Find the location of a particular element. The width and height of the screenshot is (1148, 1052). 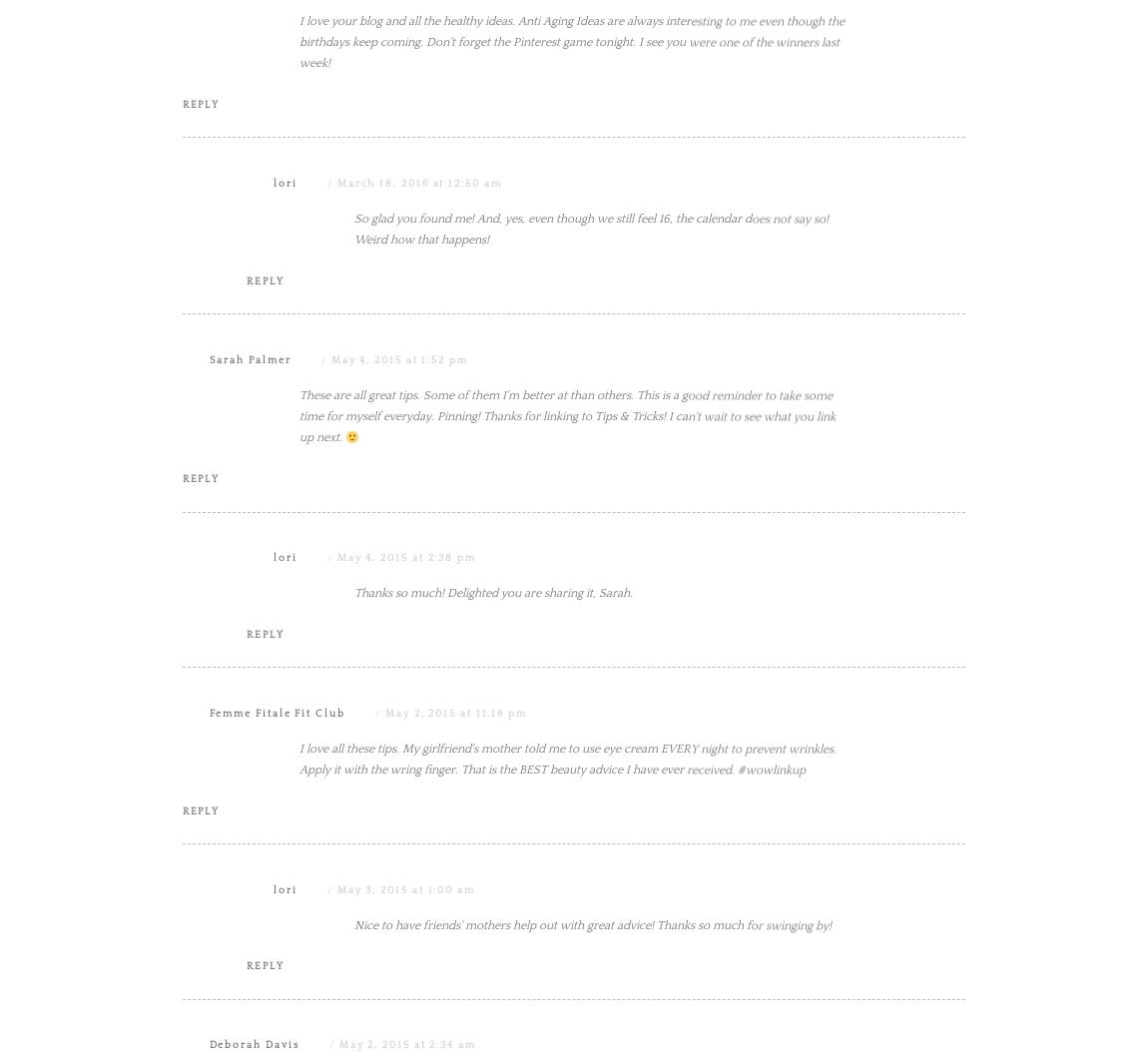

'I love all these tips.  My girlfriend's mother told me to use eye cream EVERY night to prevent wrinkles.  Apply it with the wring finger.  That is the BEST beauty advice I have ever received.  #wowlinkup' is located at coordinates (299, 959).